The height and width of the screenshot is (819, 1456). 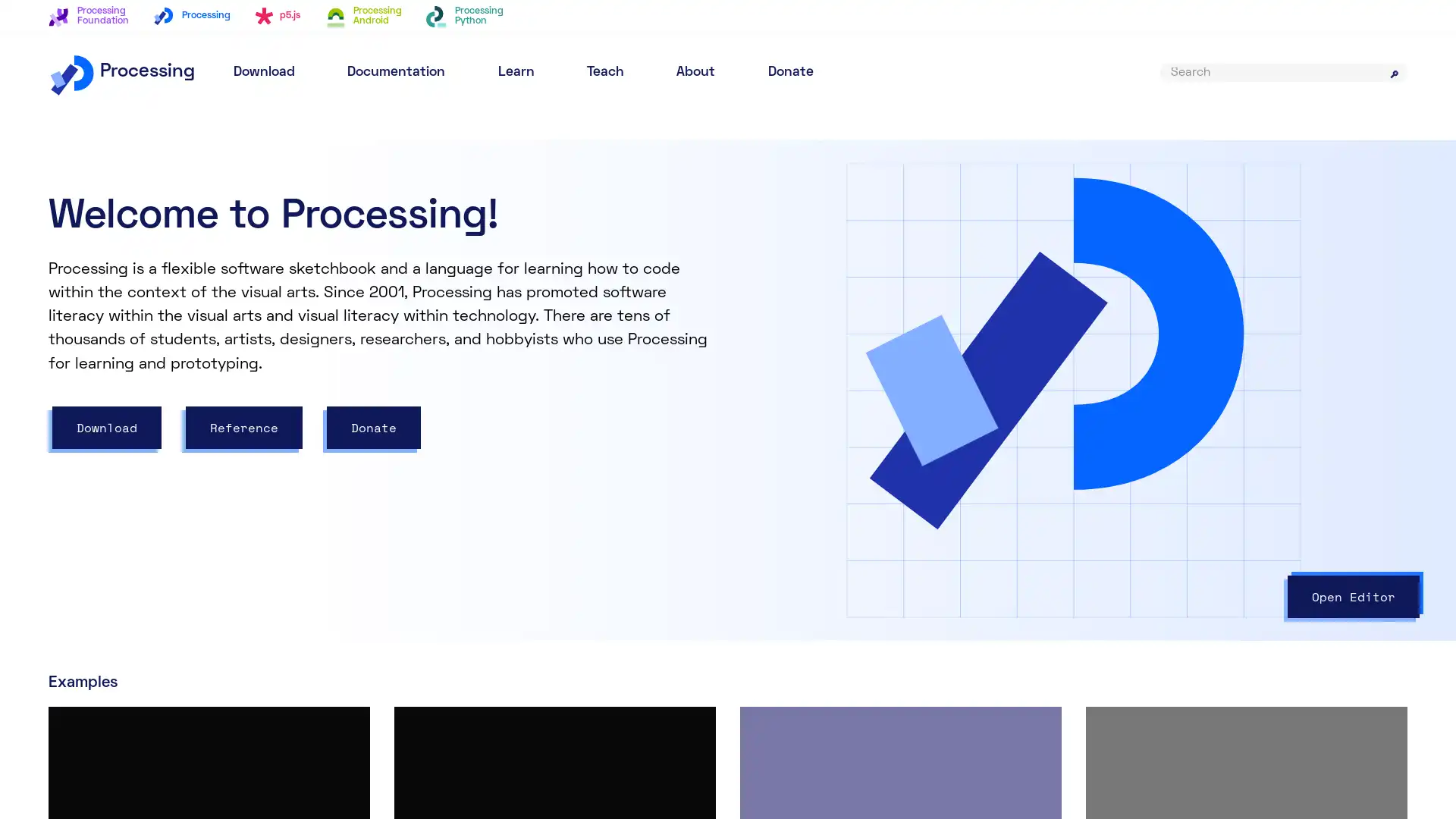 What do you see at coordinates (850, 397) in the screenshot?
I see `change position` at bounding box center [850, 397].